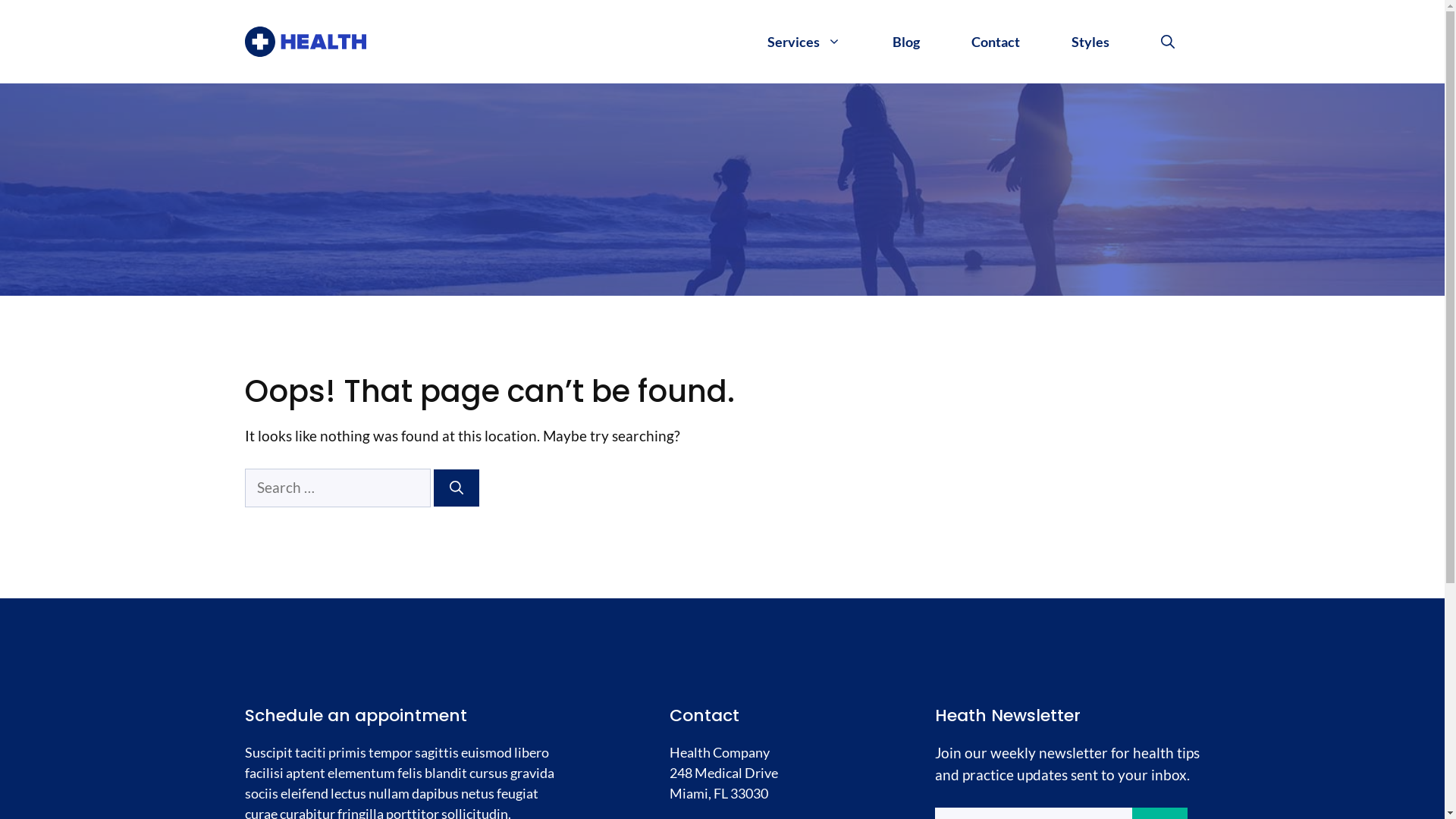 Image resolution: width=1456 pixels, height=819 pixels. What do you see at coordinates (905, 40) in the screenshot?
I see `'Blog'` at bounding box center [905, 40].